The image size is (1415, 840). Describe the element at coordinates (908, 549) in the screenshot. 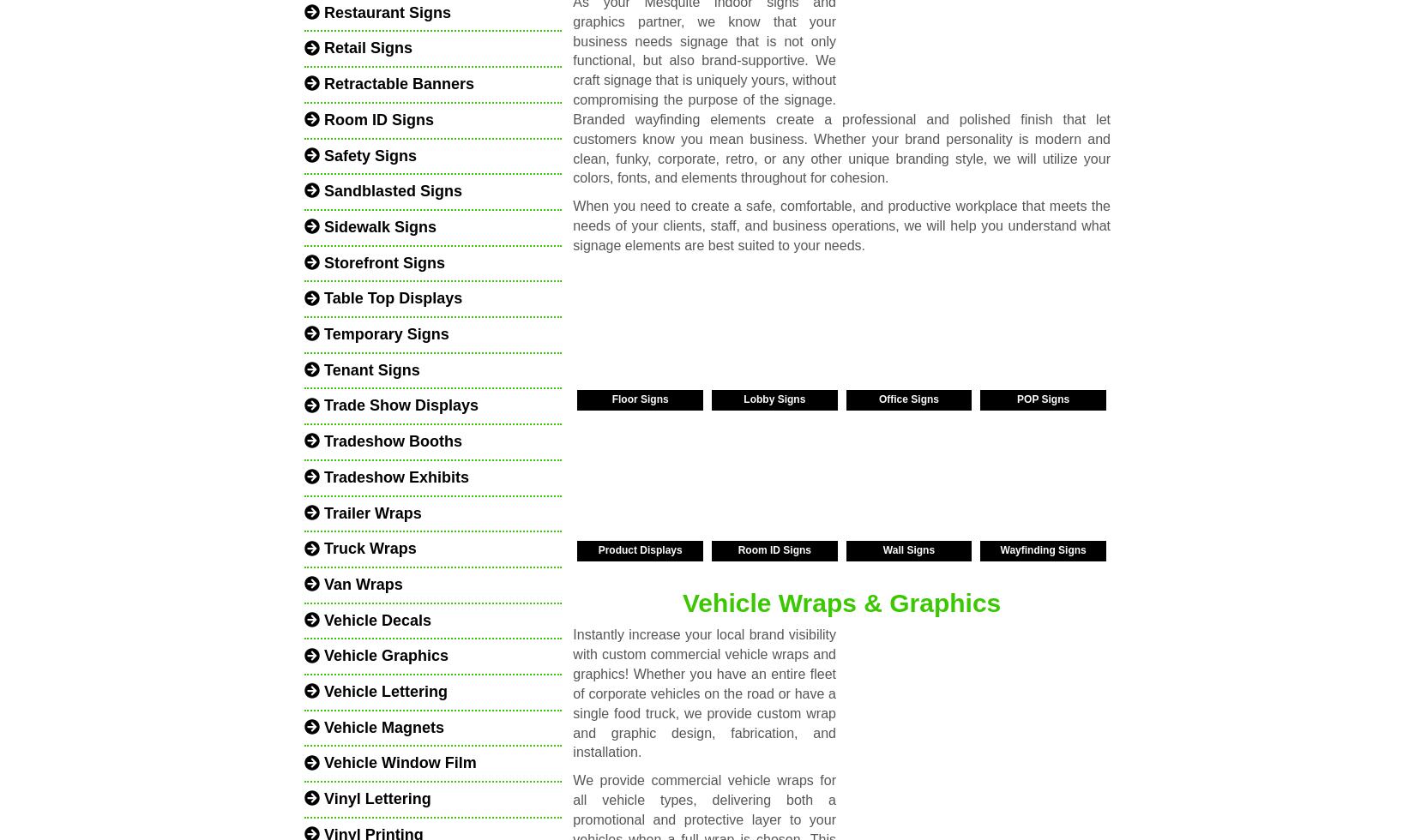

I see `'Wall Signs'` at that location.